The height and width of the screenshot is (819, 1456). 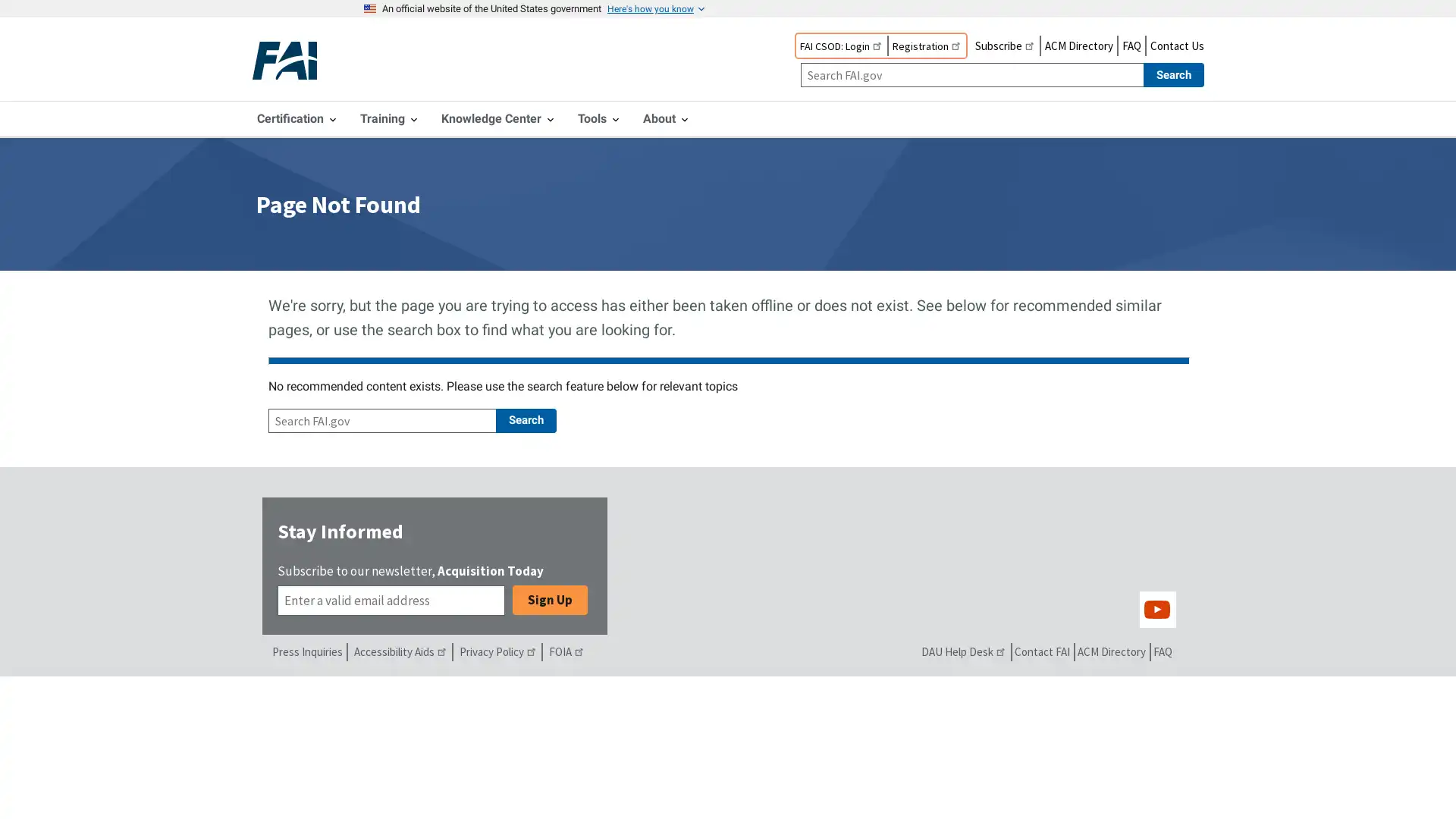 What do you see at coordinates (525, 420) in the screenshot?
I see `Search` at bounding box center [525, 420].